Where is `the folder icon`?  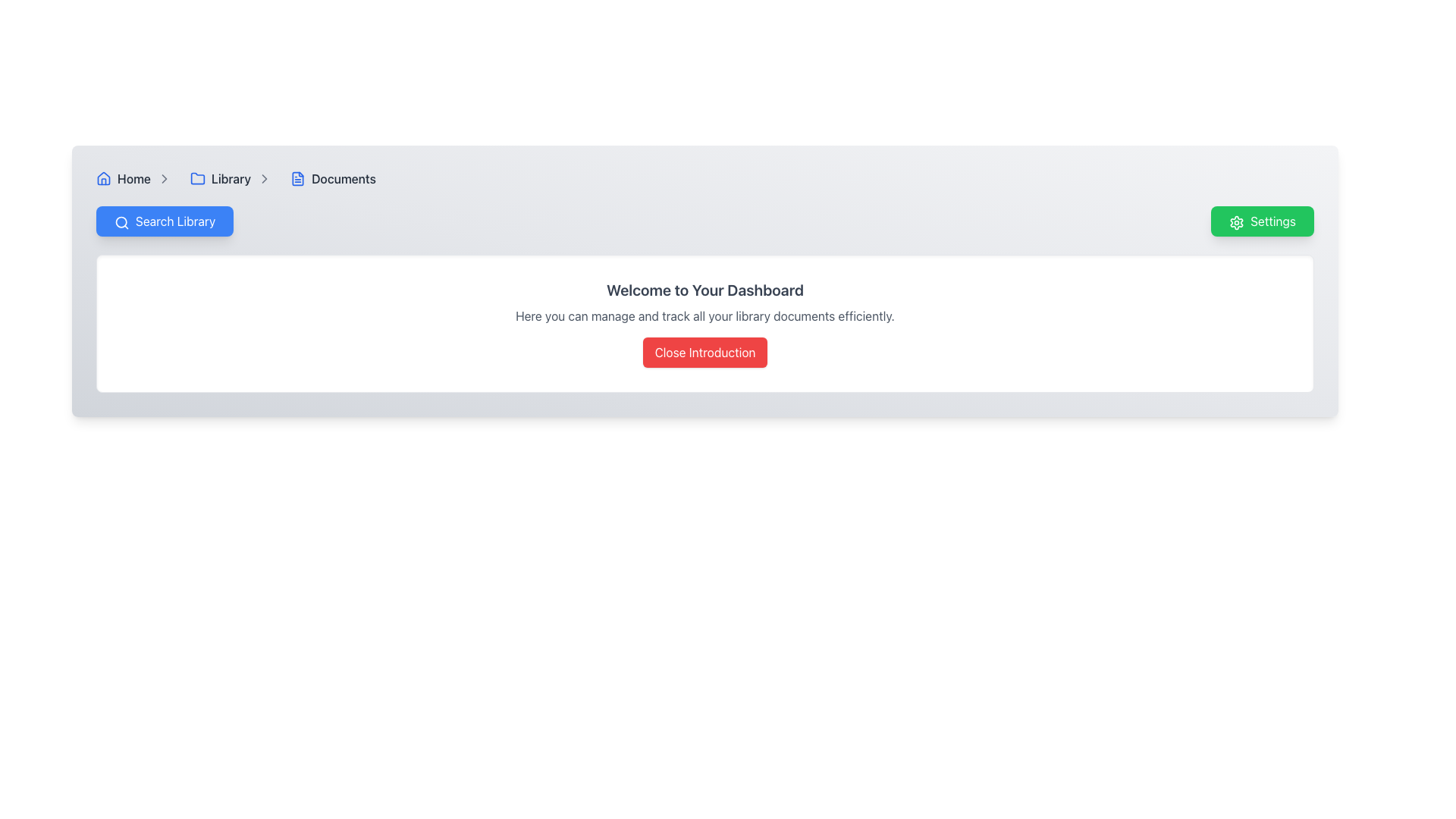
the folder icon is located at coordinates (196, 177).